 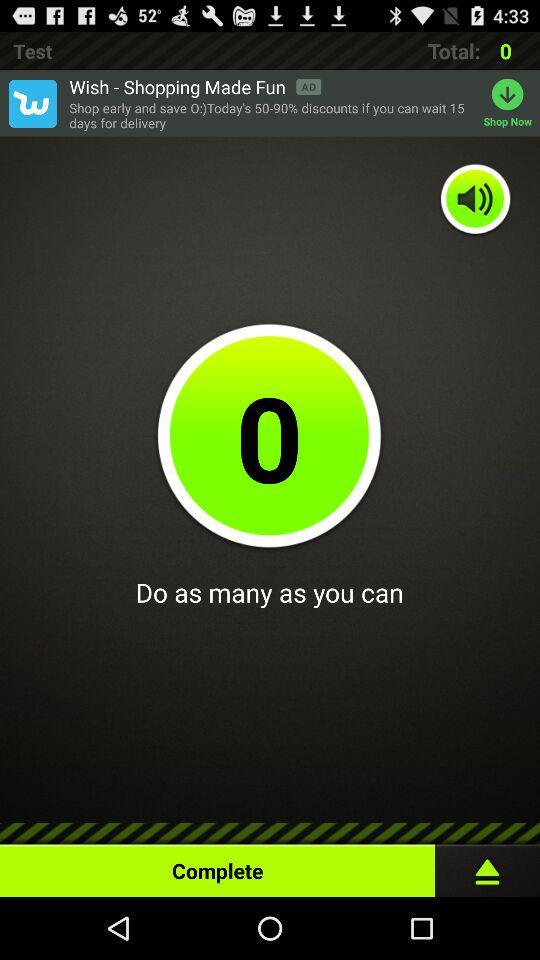 I want to click on item next to the complete, so click(x=486, y=865).